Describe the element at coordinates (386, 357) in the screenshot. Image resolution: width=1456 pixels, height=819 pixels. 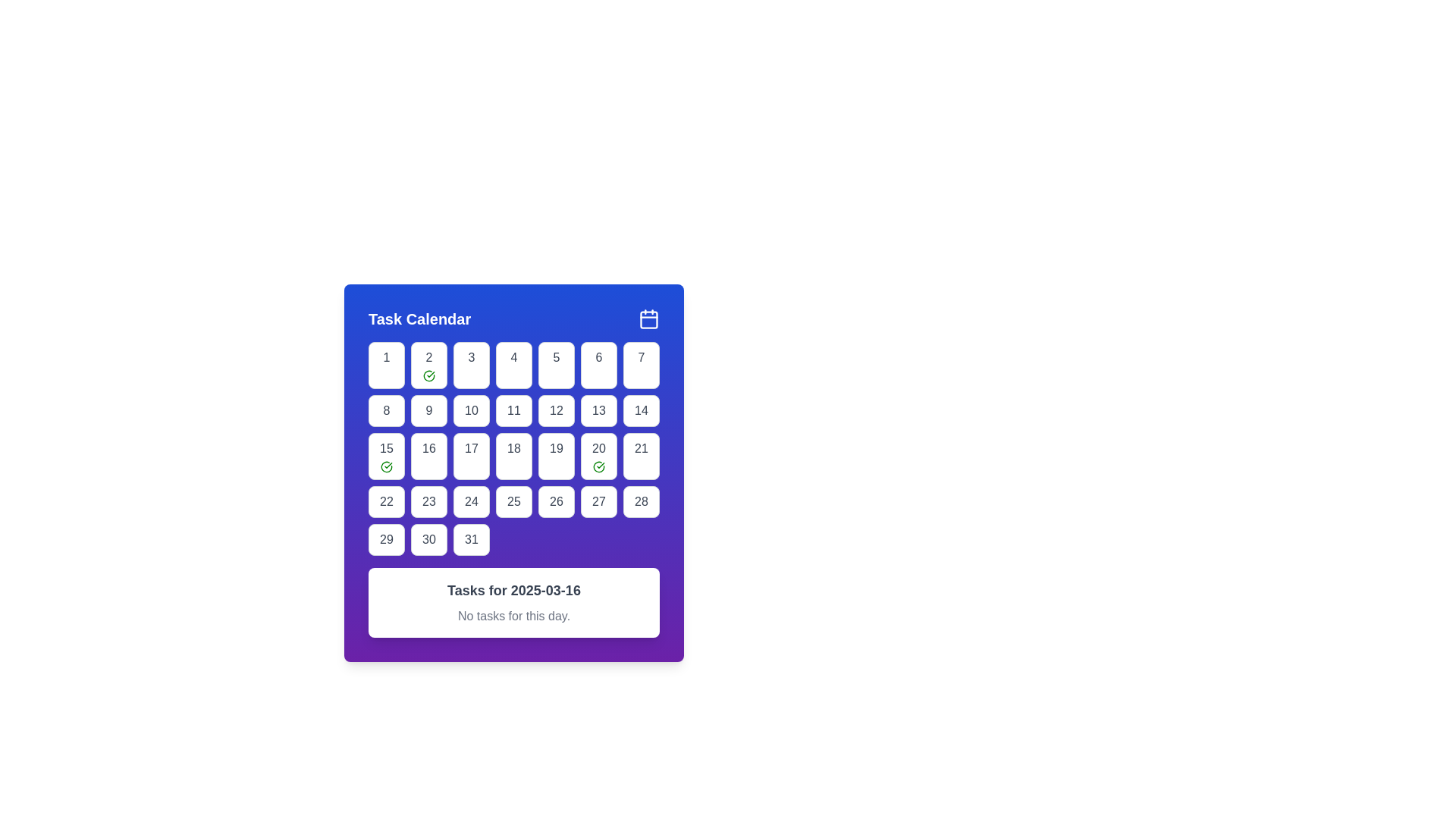
I see `the text component representing the first day in the calendar, located inside the top-left button of the calendar grid under 'Task Calendar'` at that location.